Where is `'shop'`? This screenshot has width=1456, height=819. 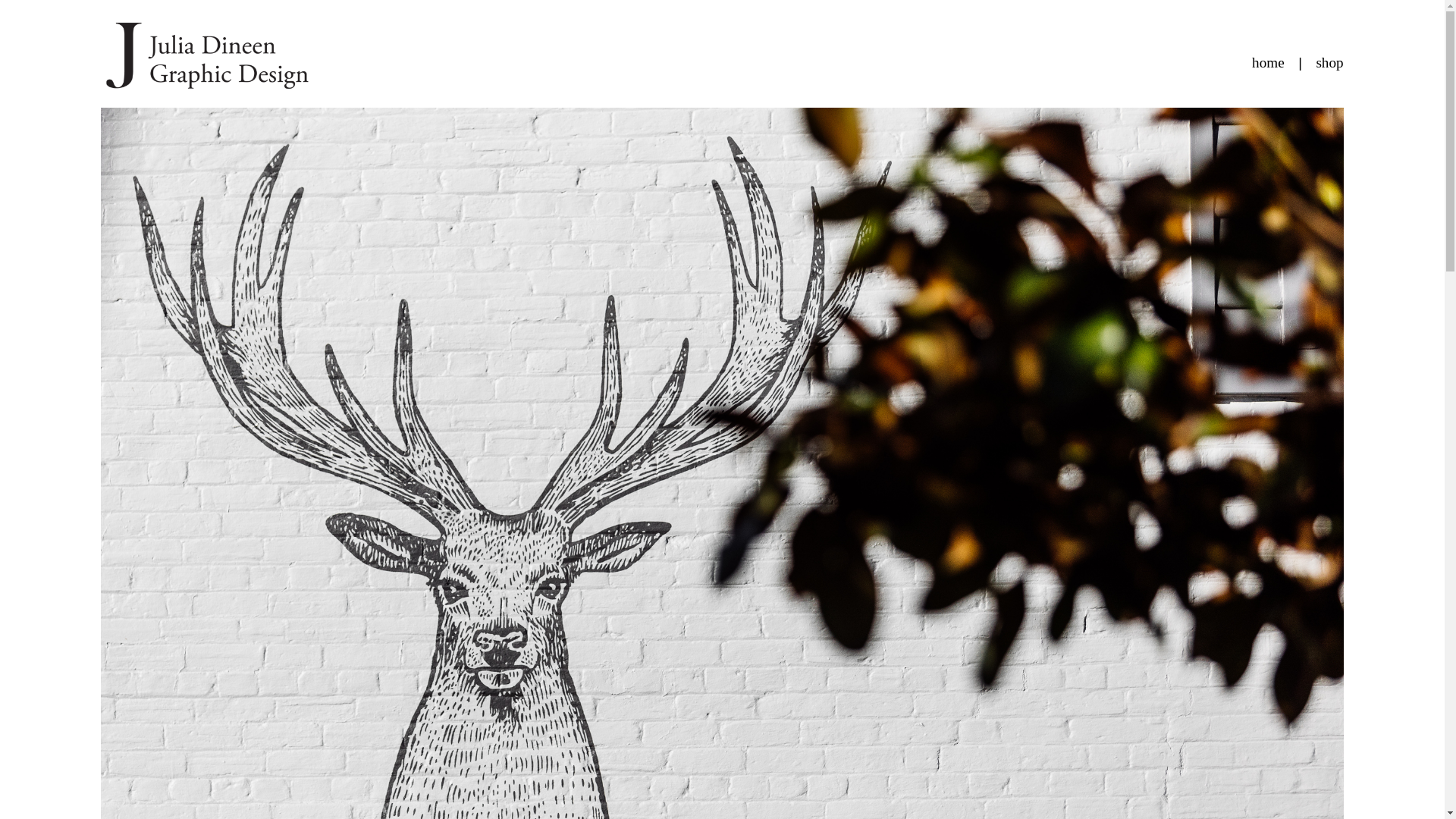 'shop' is located at coordinates (1328, 61).